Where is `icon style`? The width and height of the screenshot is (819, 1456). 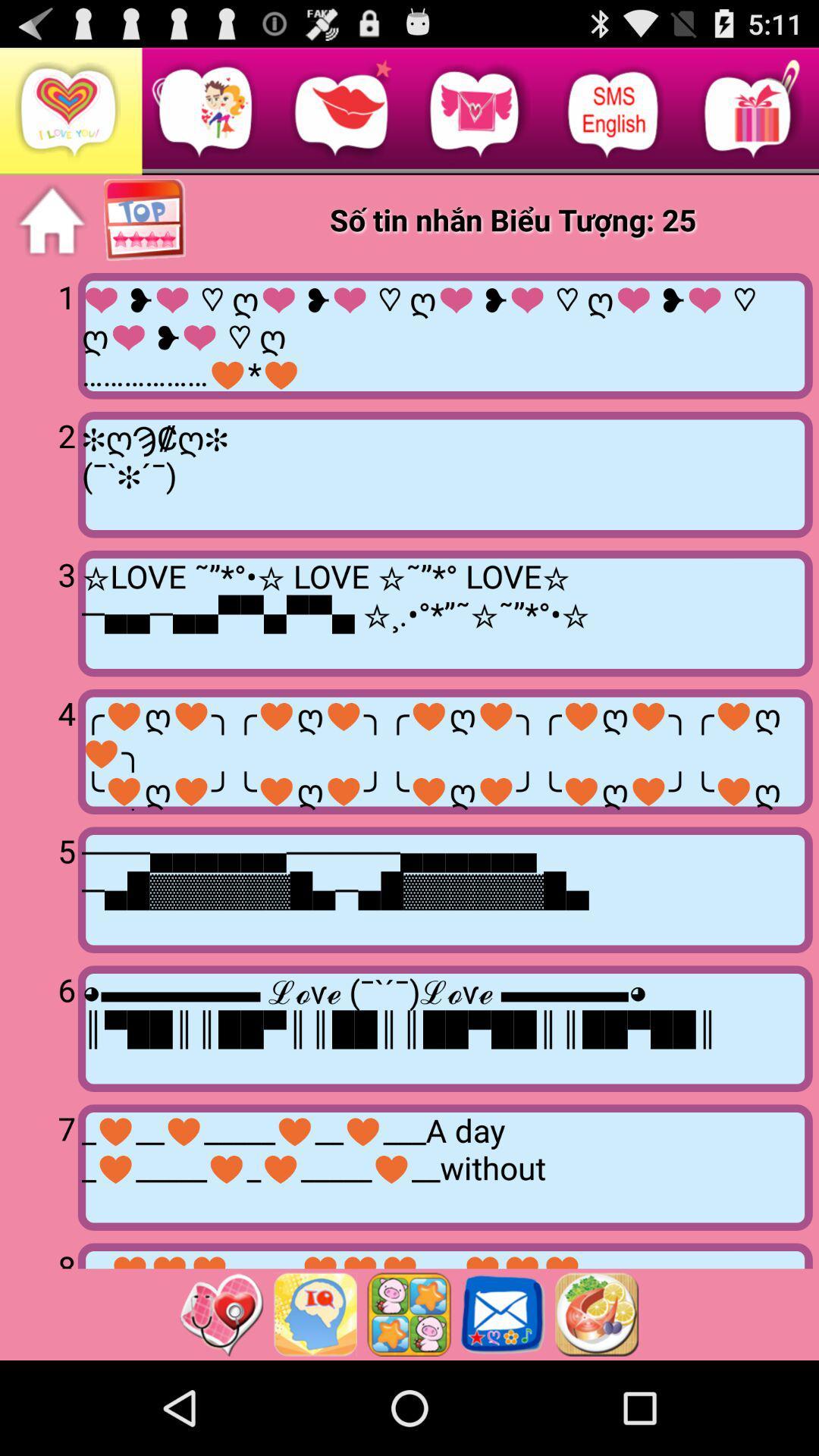 icon style is located at coordinates (408, 1313).